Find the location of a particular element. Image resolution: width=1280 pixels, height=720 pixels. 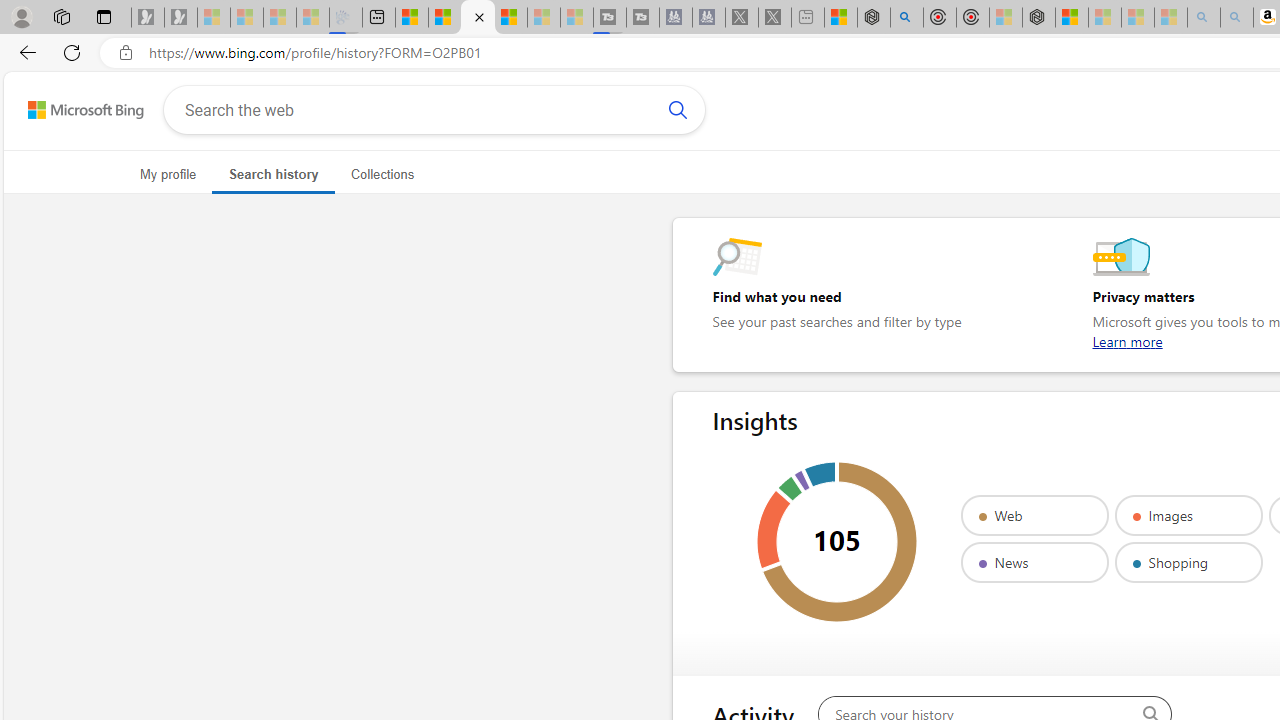

'Search - Search History' is located at coordinates (477, 17).